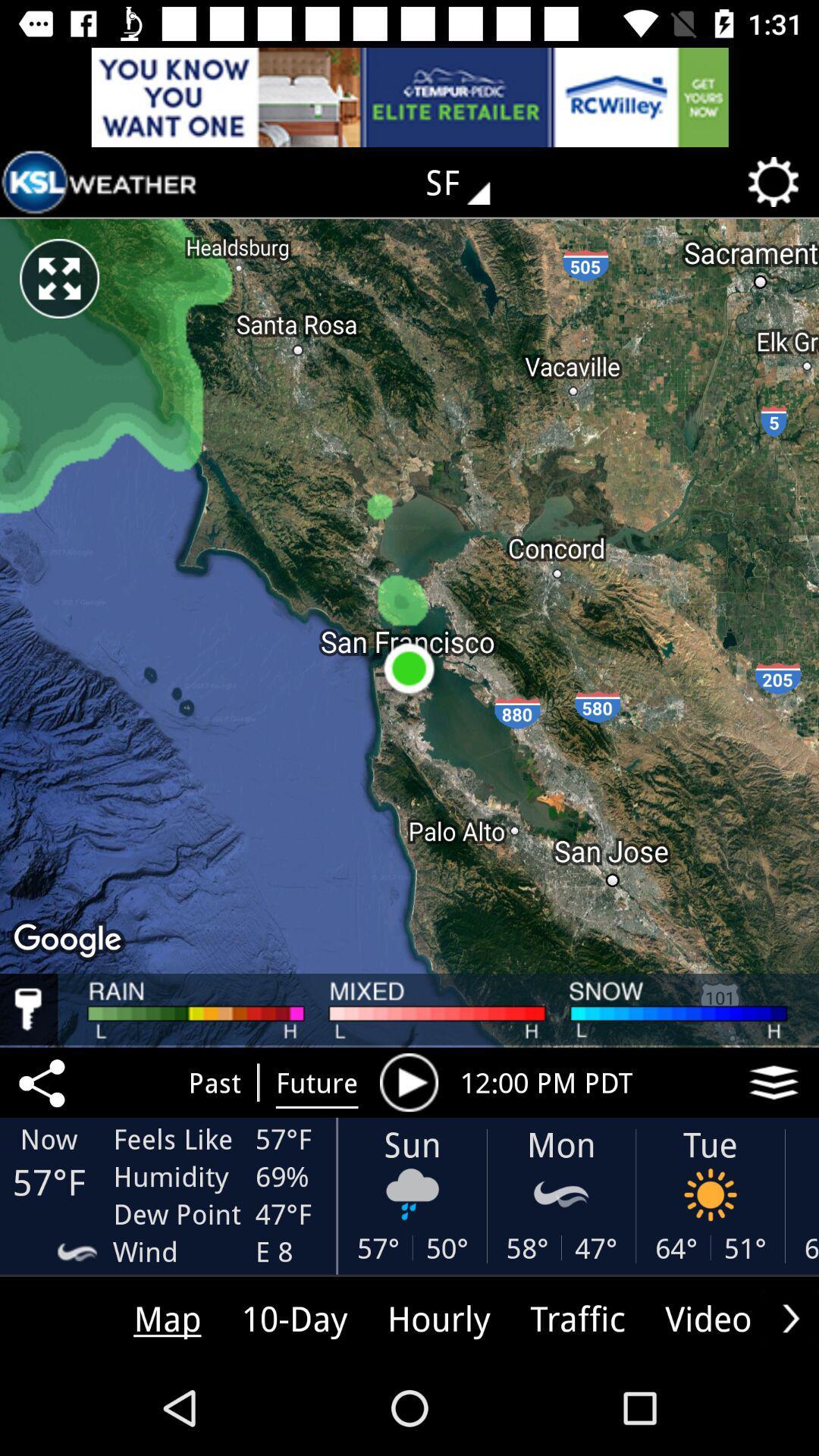 The image size is (819, 1456). I want to click on the share icon, so click(44, 1081).